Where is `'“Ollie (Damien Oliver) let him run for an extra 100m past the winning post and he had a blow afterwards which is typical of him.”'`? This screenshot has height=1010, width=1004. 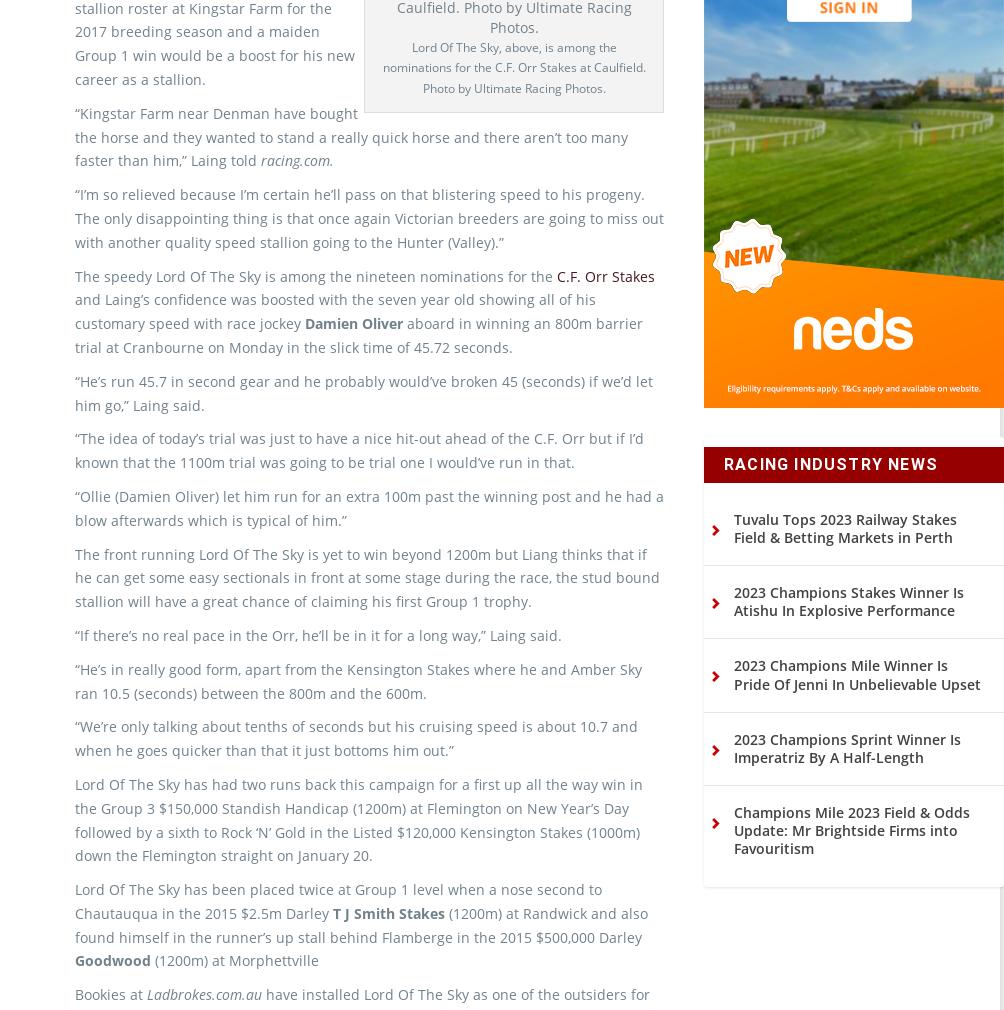 '“Ollie (Damien Oliver) let him run for an extra 100m past the winning post and he had a blow afterwards which is typical of him.”' is located at coordinates (369, 541).